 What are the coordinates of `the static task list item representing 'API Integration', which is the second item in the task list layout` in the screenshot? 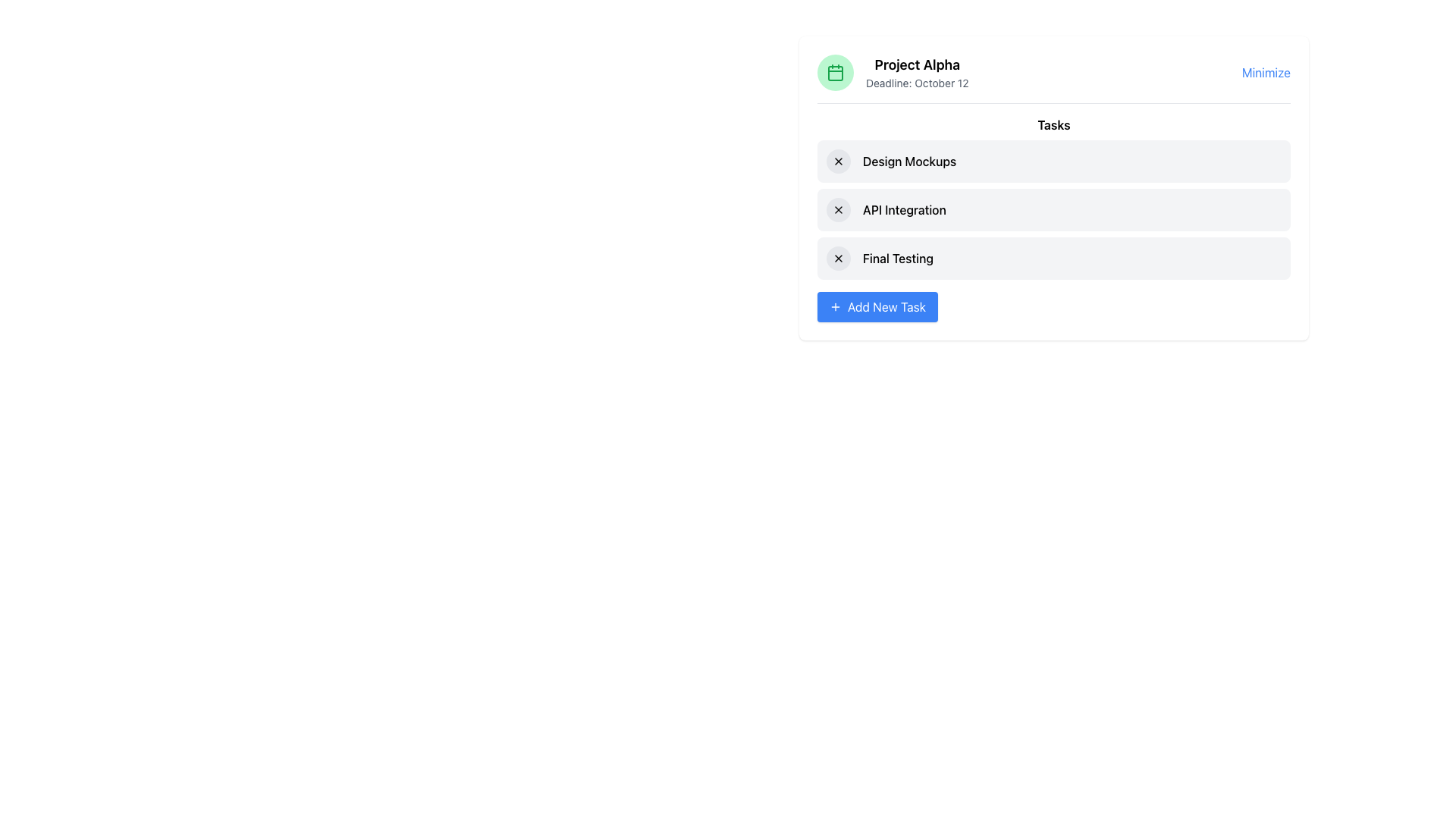 It's located at (1053, 210).